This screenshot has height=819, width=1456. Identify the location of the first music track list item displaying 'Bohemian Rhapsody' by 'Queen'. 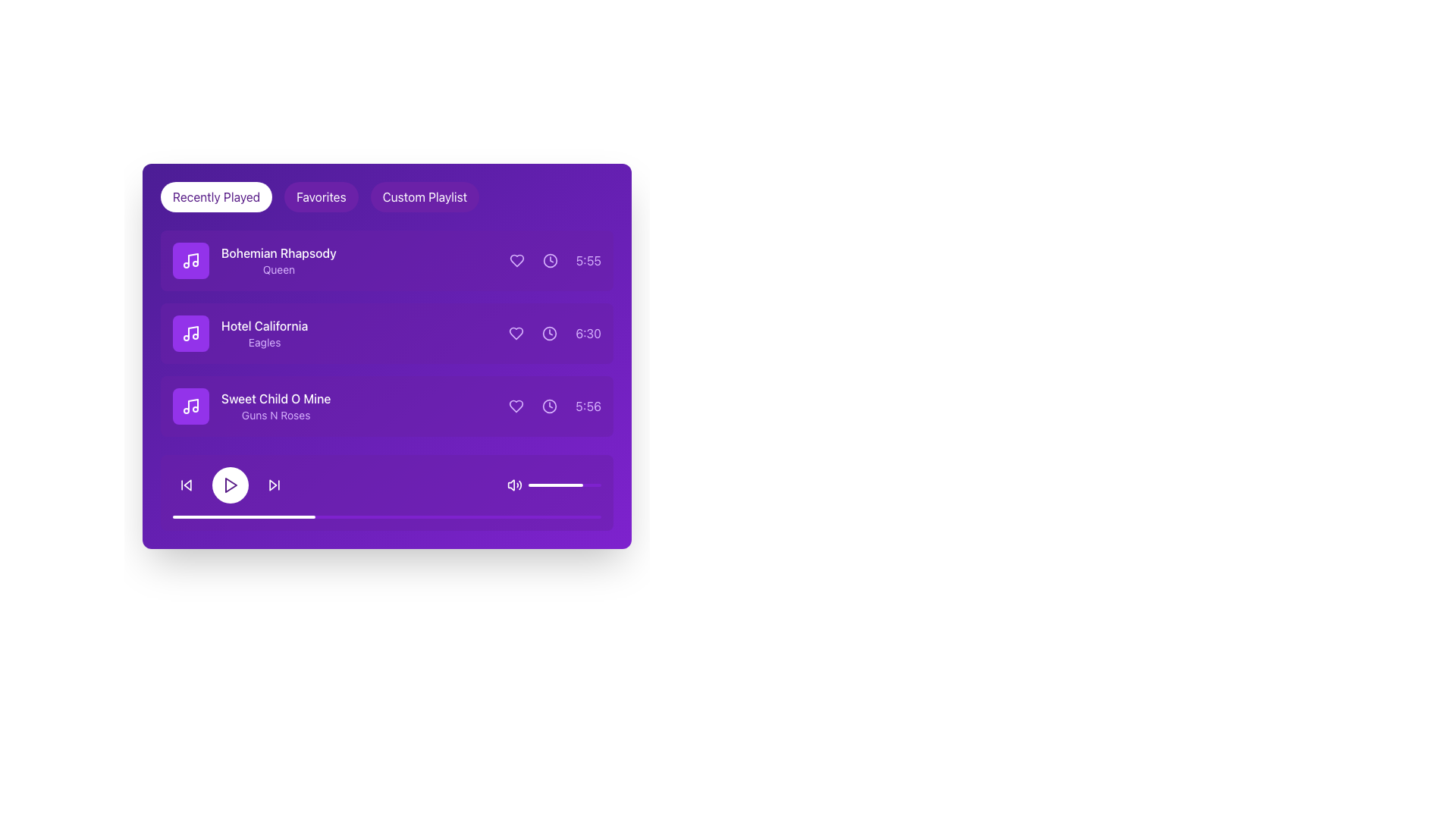
(255, 259).